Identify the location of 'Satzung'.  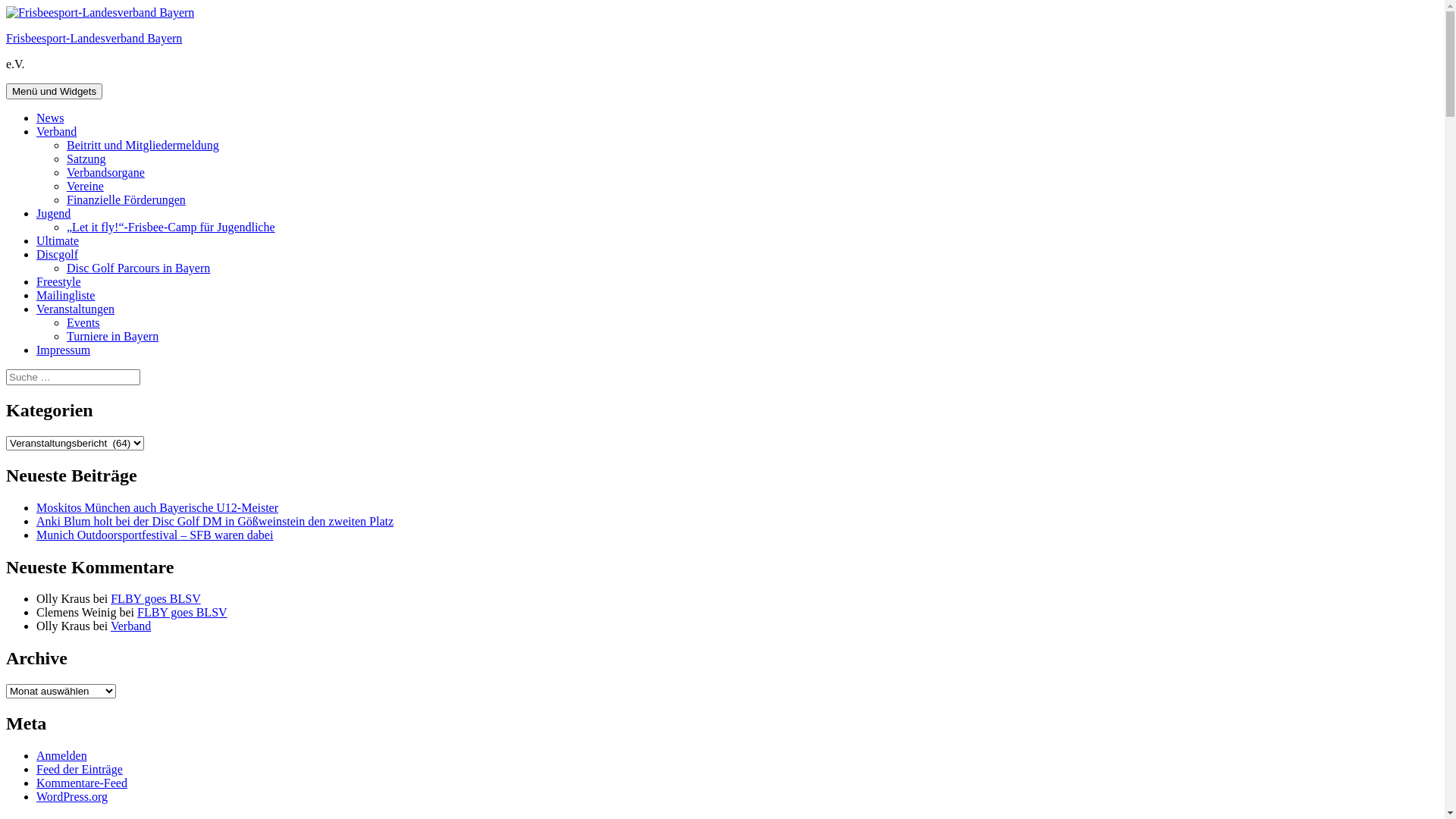
(86, 158).